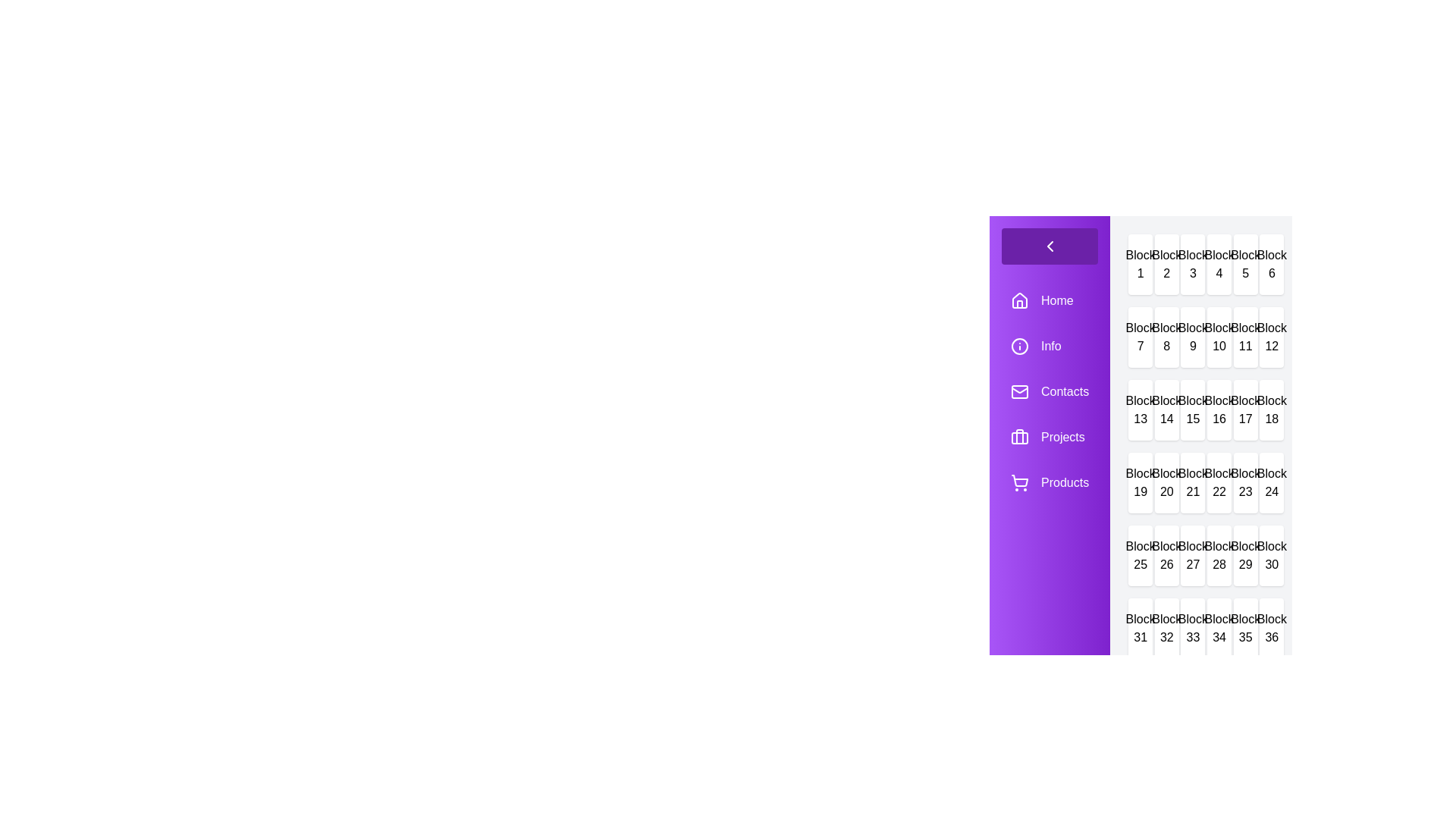 The height and width of the screenshot is (819, 1456). Describe the element at coordinates (1048, 391) in the screenshot. I see `the menu item labeled Contacts to navigate` at that location.